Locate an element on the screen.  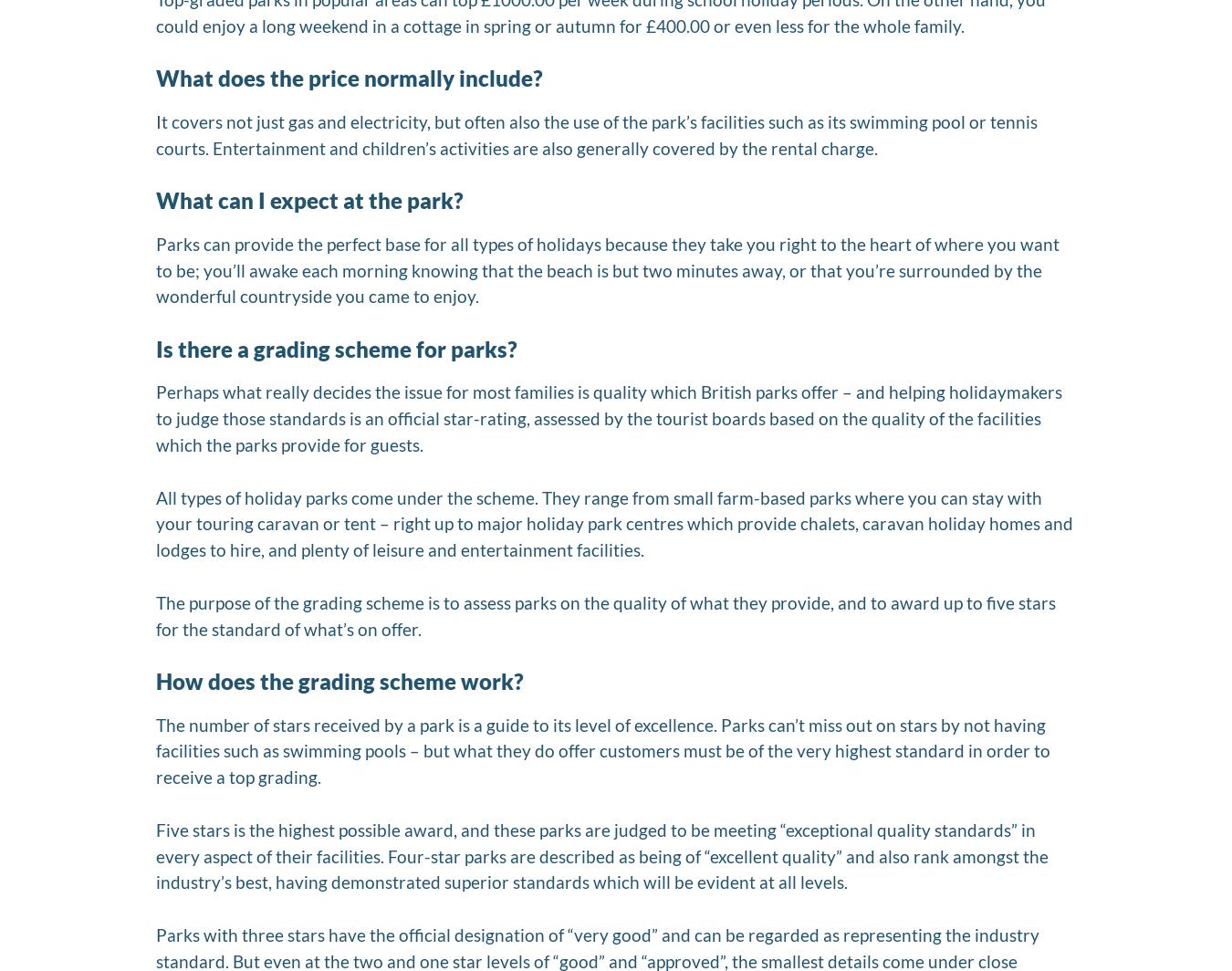
'Parks can provide the perfect base for all types of holidays because they take you right to the heart of where you want to be; you’ll awake each morning knowing that the beach is but two minutes away, or that you’re surrounded by the wonderful countryside you came to enjoy.' is located at coordinates (607, 269).